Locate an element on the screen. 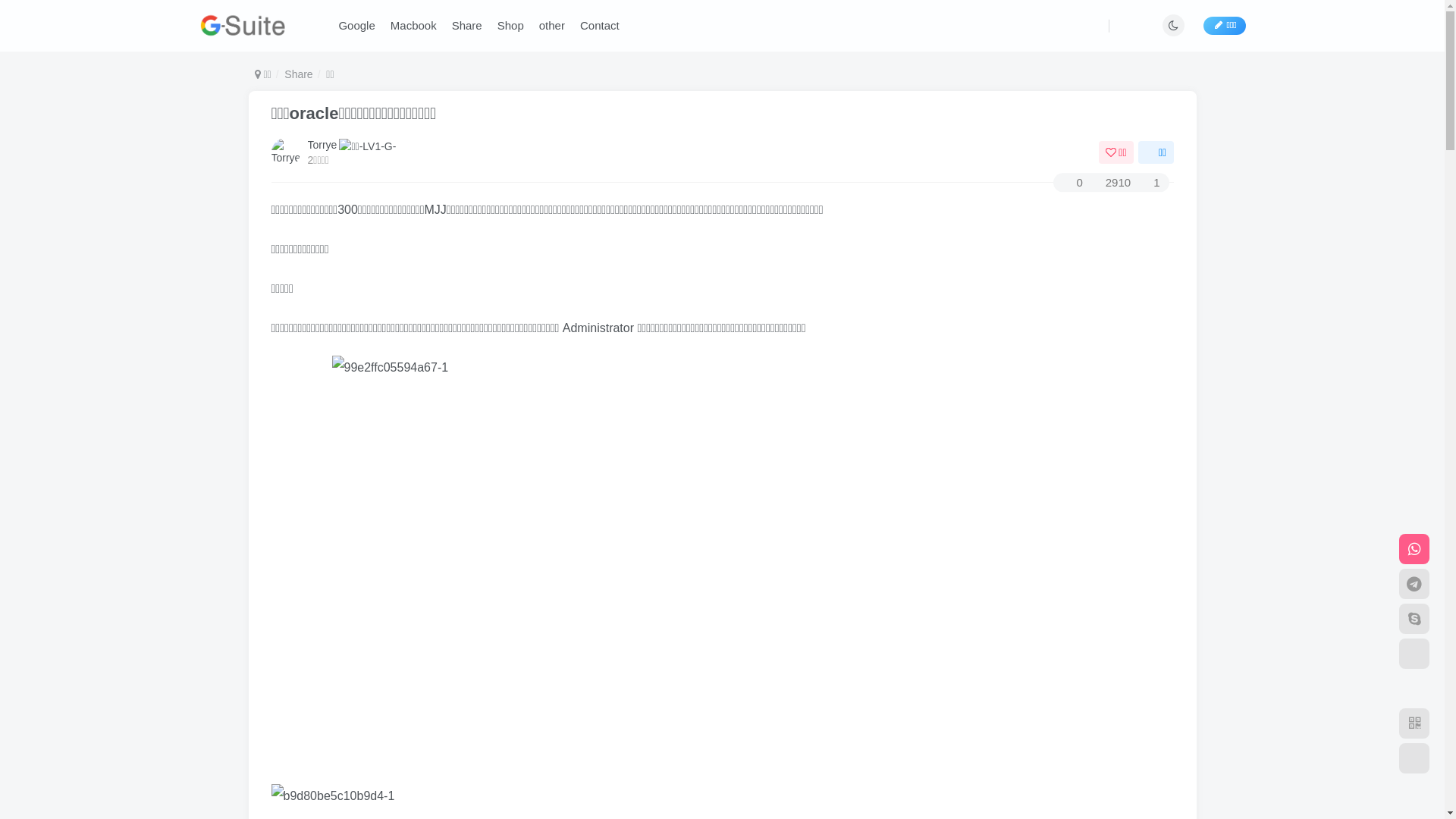 The width and height of the screenshot is (1456, 819). 'other' is located at coordinates (551, 26).